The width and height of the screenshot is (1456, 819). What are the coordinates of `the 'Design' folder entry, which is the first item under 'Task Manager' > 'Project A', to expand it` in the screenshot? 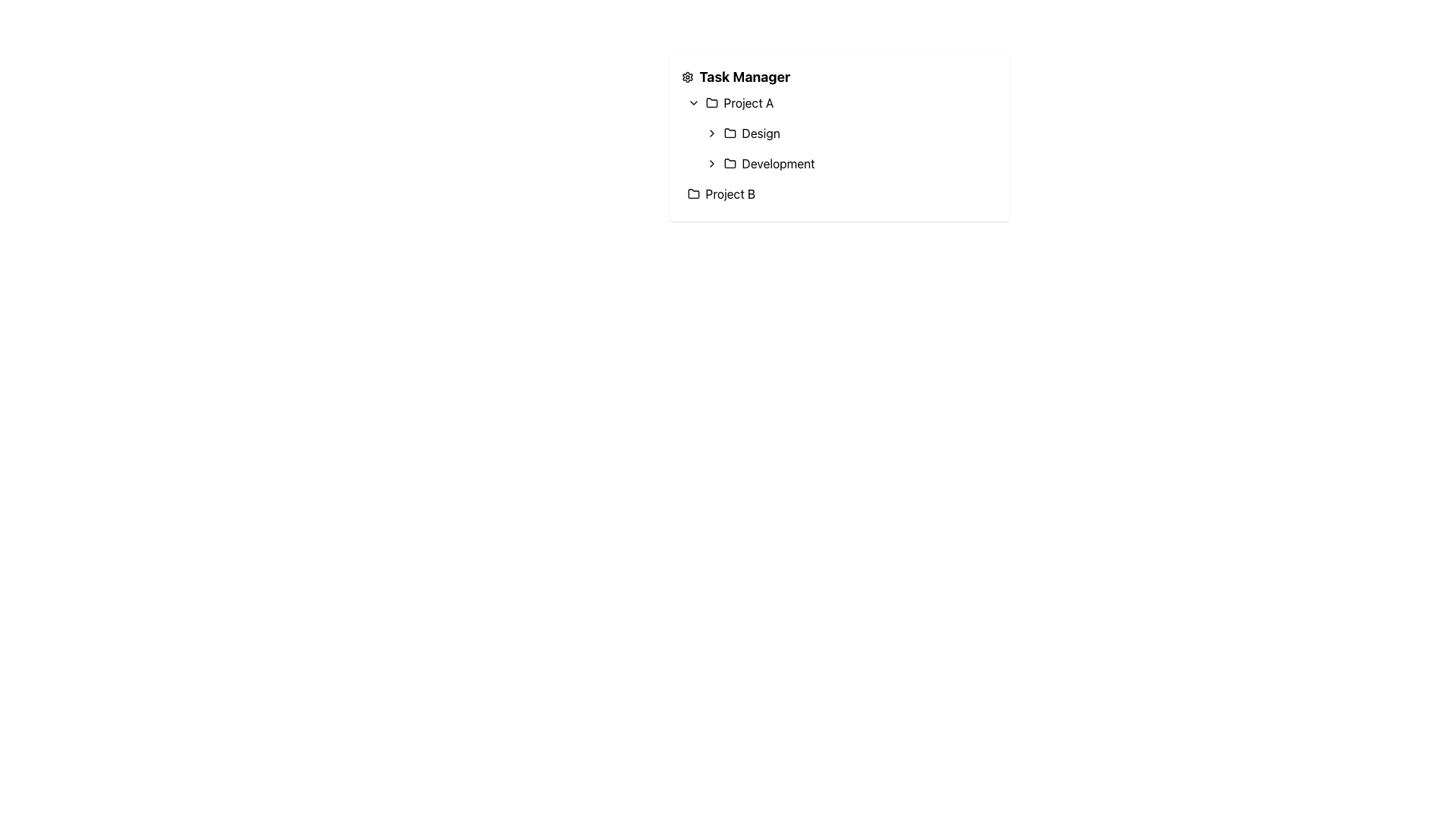 It's located at (847, 133).